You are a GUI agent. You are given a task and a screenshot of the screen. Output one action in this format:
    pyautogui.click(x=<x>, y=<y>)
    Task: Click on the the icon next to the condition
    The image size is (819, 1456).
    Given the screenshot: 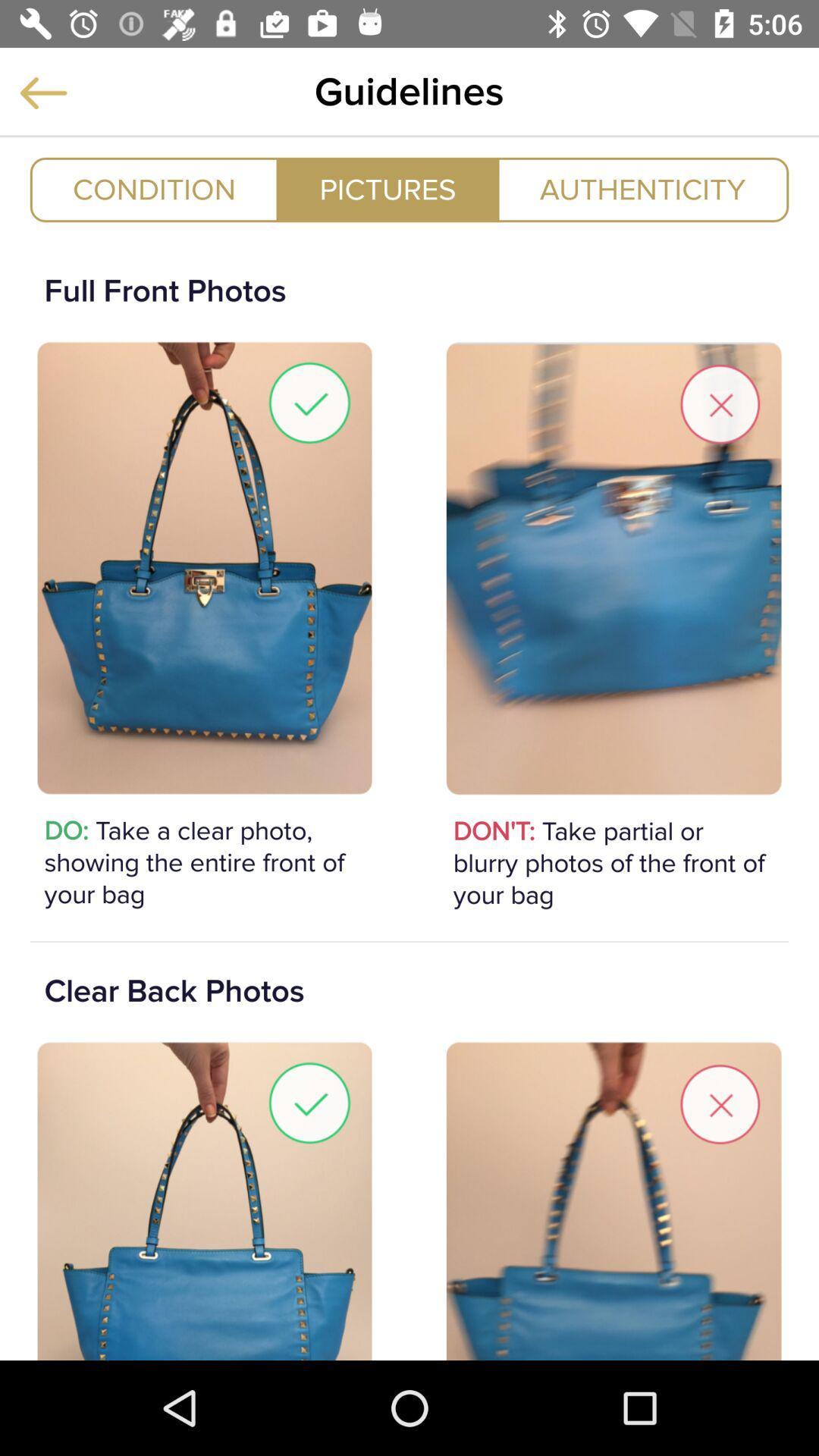 What is the action you would take?
    pyautogui.click(x=387, y=189)
    